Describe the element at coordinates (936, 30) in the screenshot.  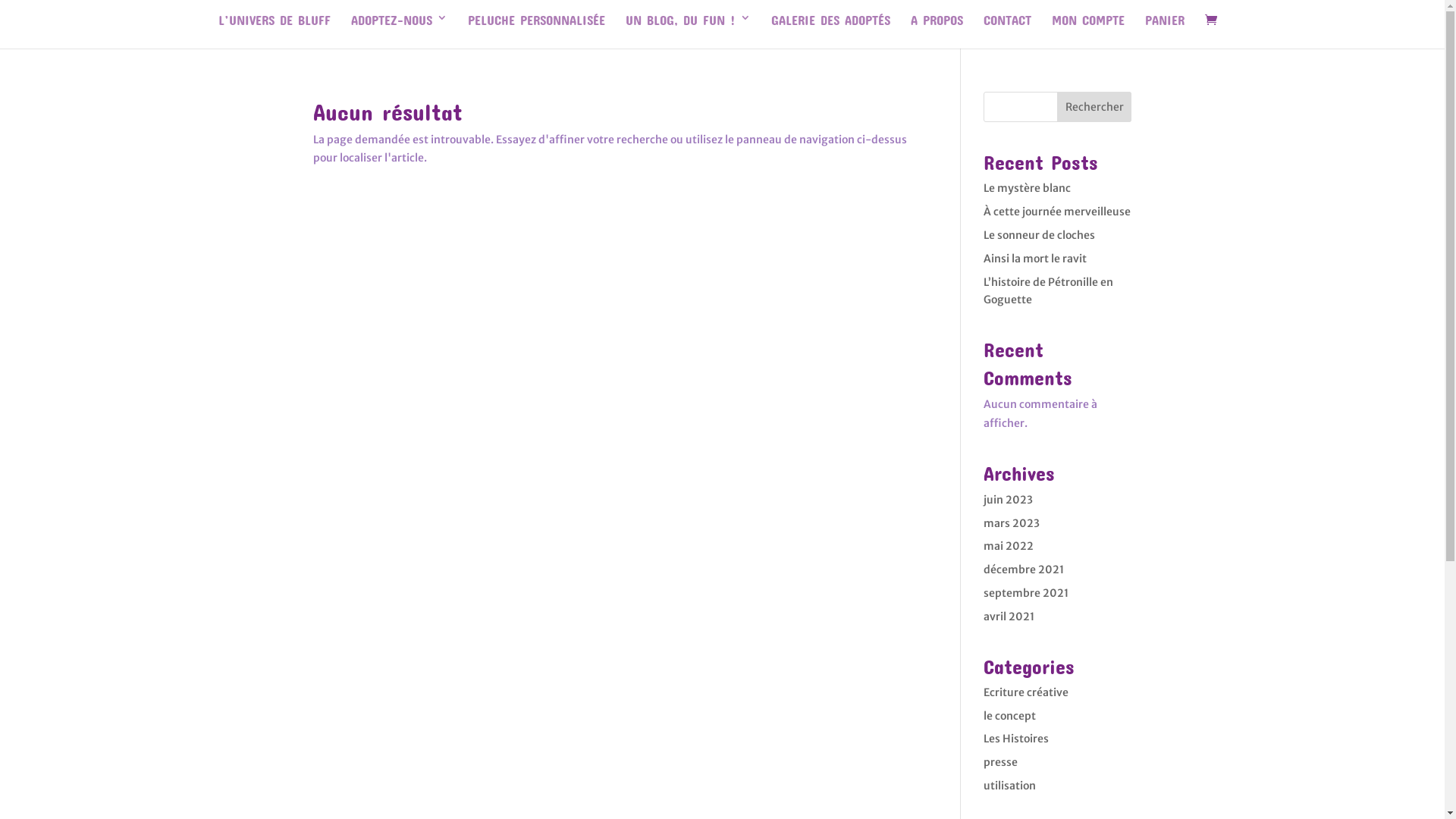
I see `'A PROPOS'` at that location.